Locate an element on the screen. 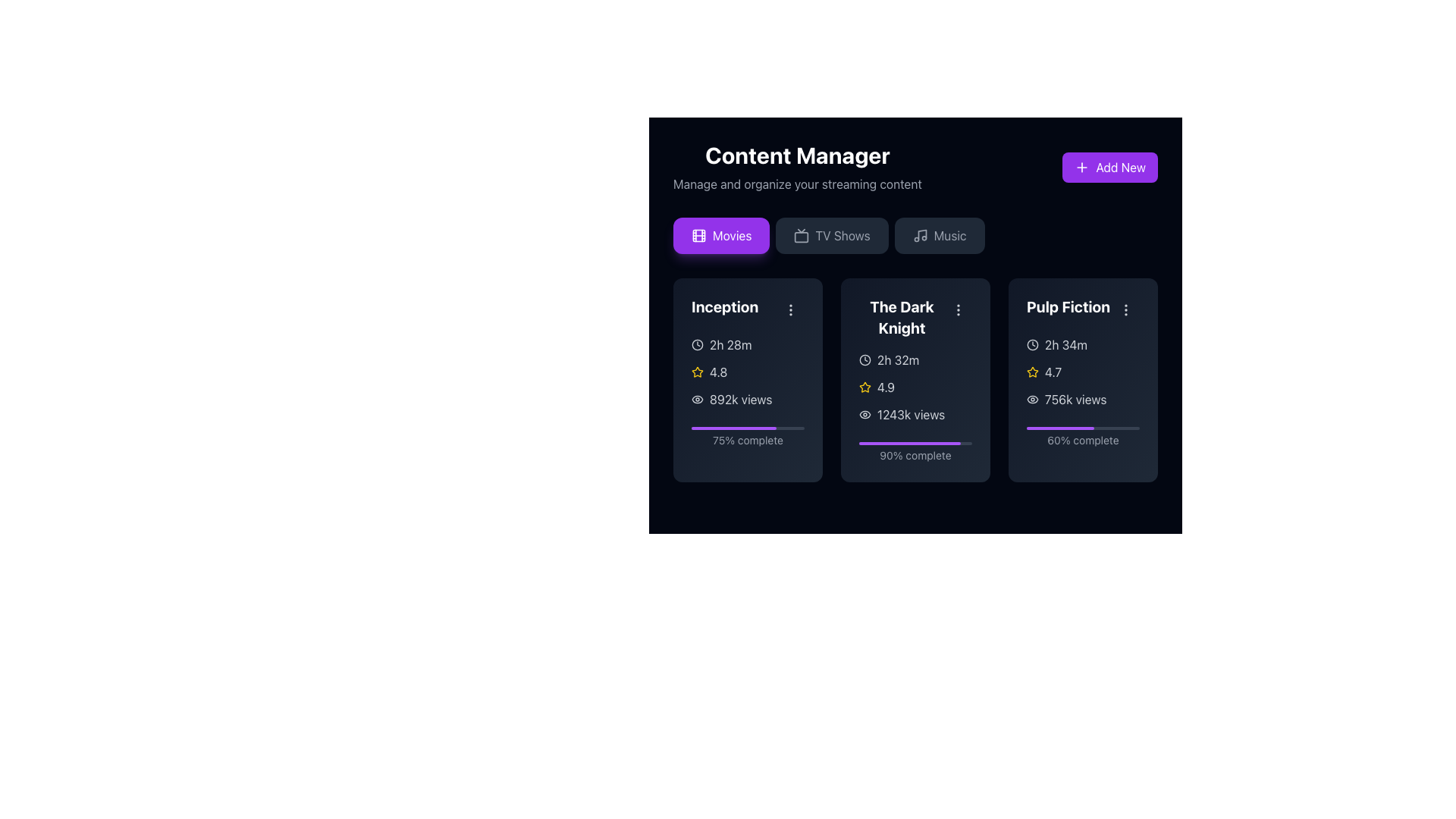  the progress bar fill indicating 60% completion for the 'Pulp Fiction' content is located at coordinates (1059, 428).